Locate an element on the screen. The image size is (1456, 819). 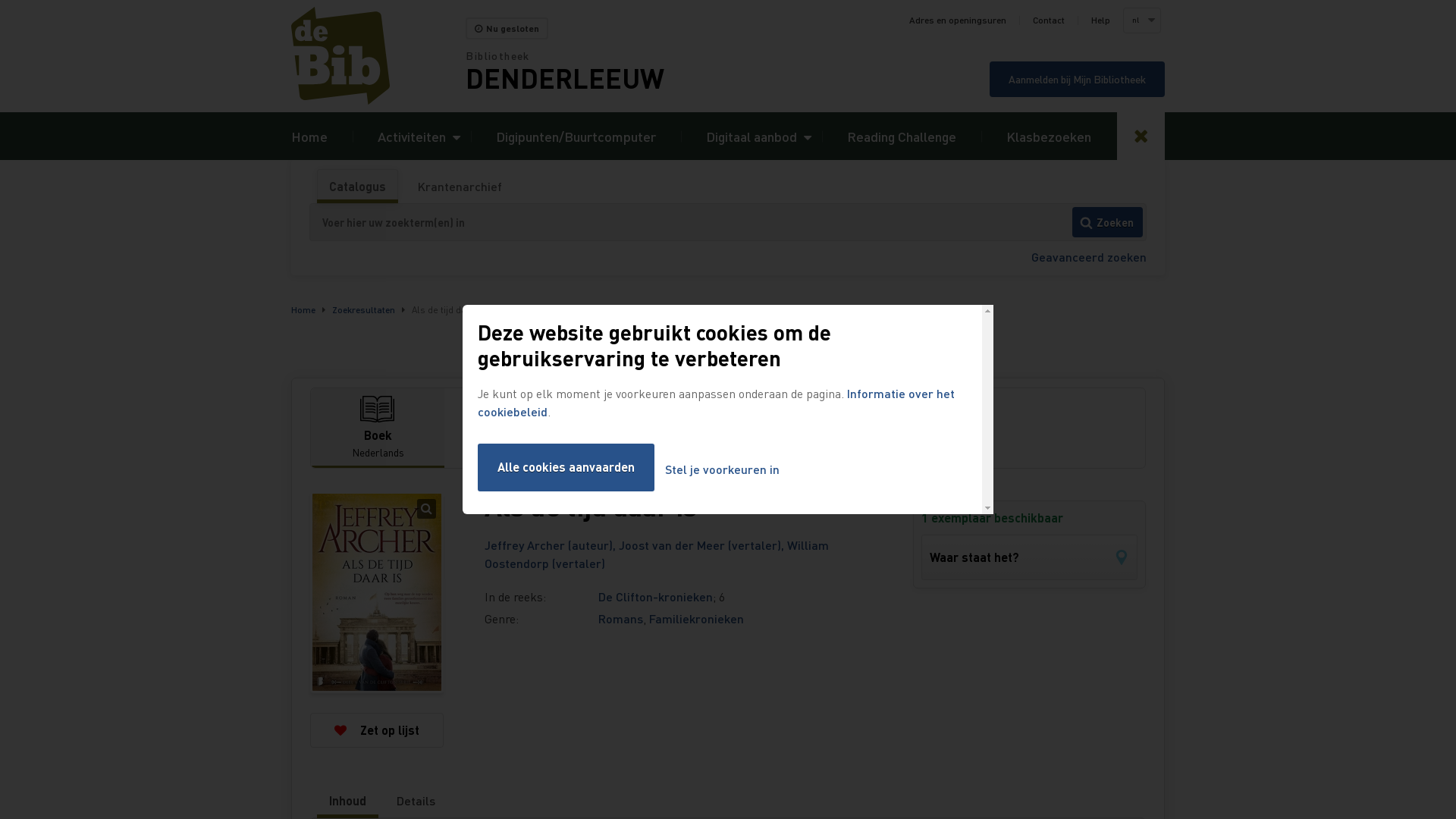
'Stel je voorkeuren in' is located at coordinates (721, 469).